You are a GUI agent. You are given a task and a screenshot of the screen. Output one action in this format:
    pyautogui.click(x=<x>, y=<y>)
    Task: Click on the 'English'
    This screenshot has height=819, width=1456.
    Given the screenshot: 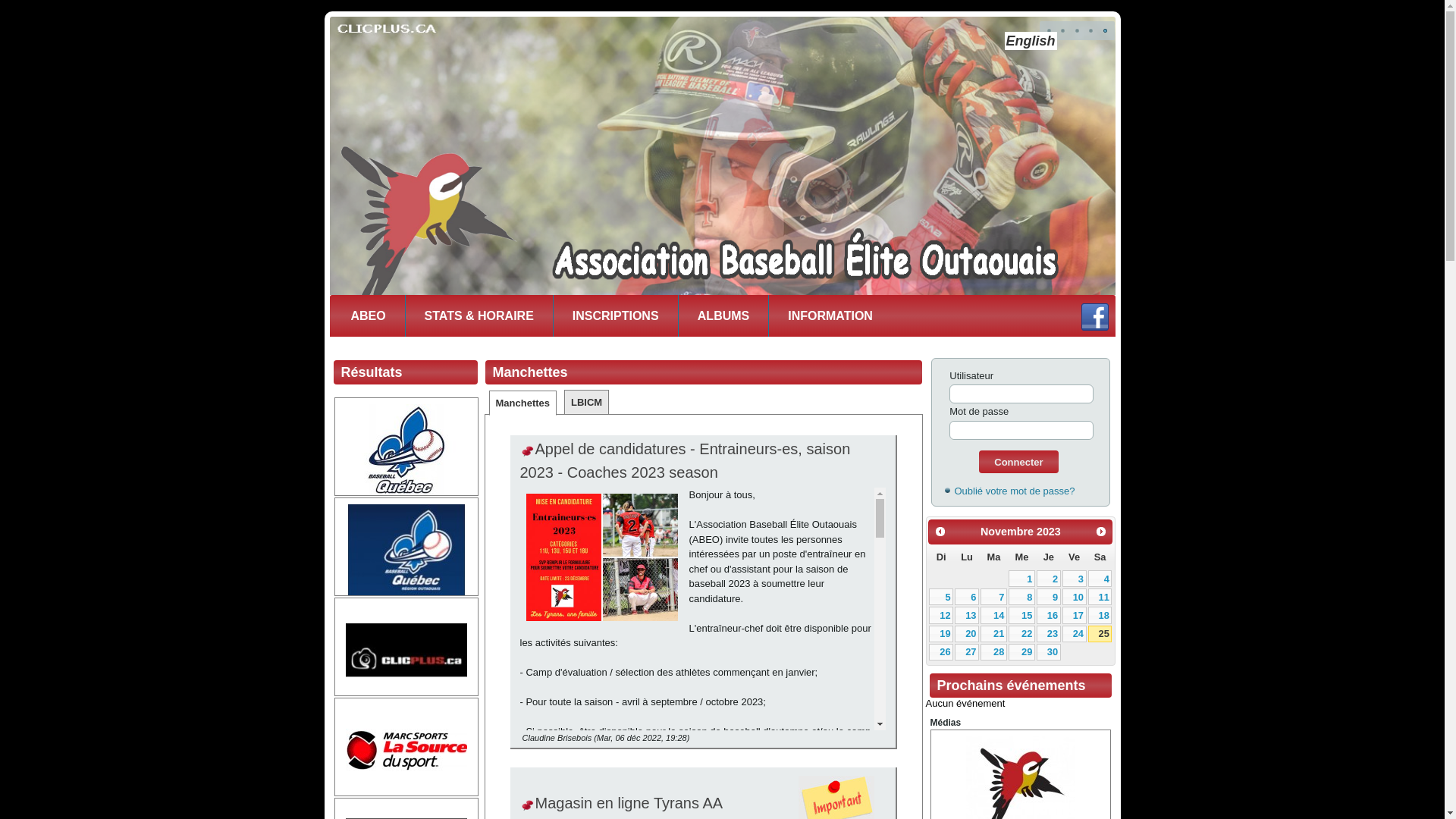 What is the action you would take?
    pyautogui.click(x=1030, y=40)
    